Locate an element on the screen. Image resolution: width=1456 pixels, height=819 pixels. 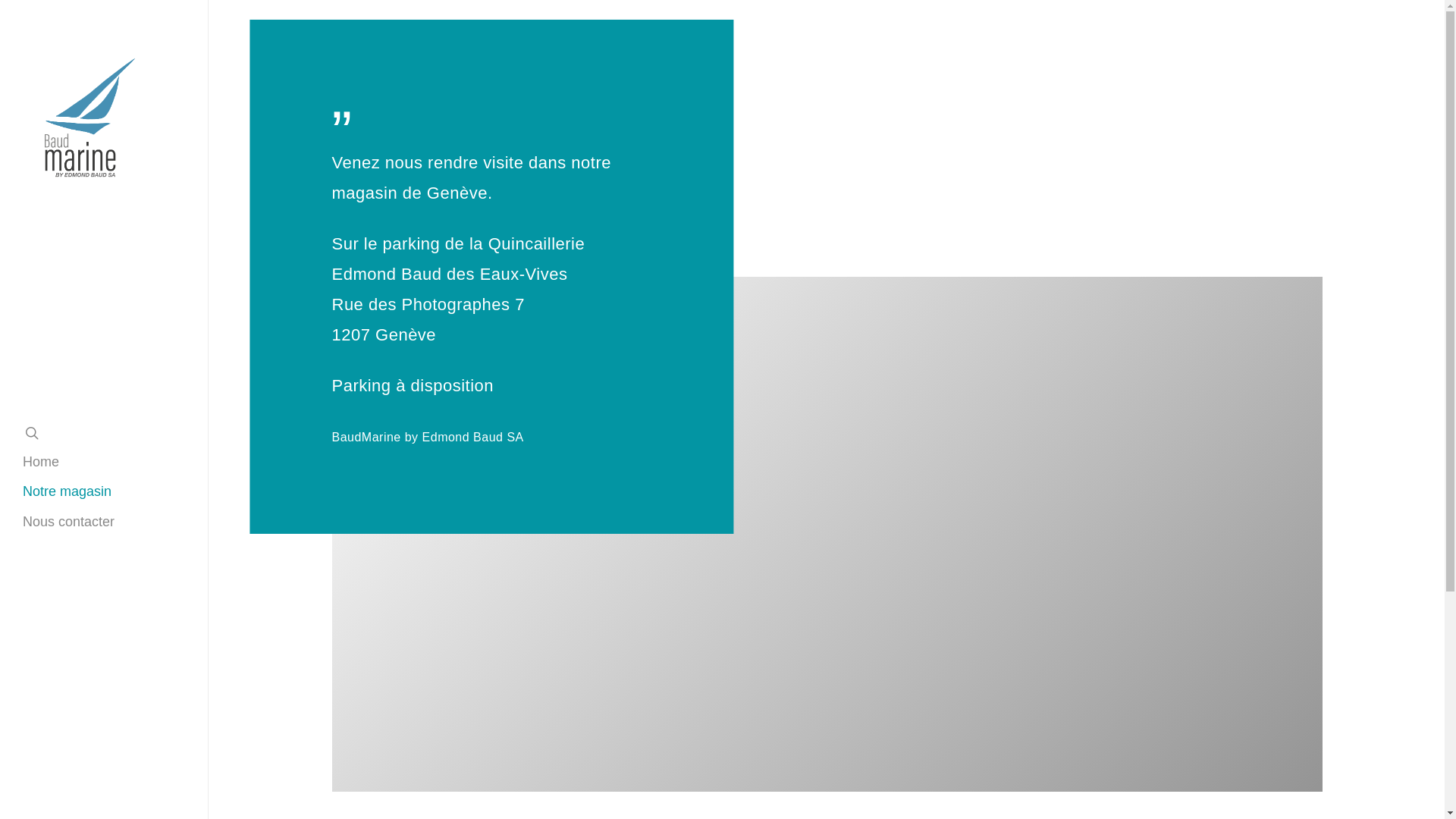
'Home' is located at coordinates (22, 461).